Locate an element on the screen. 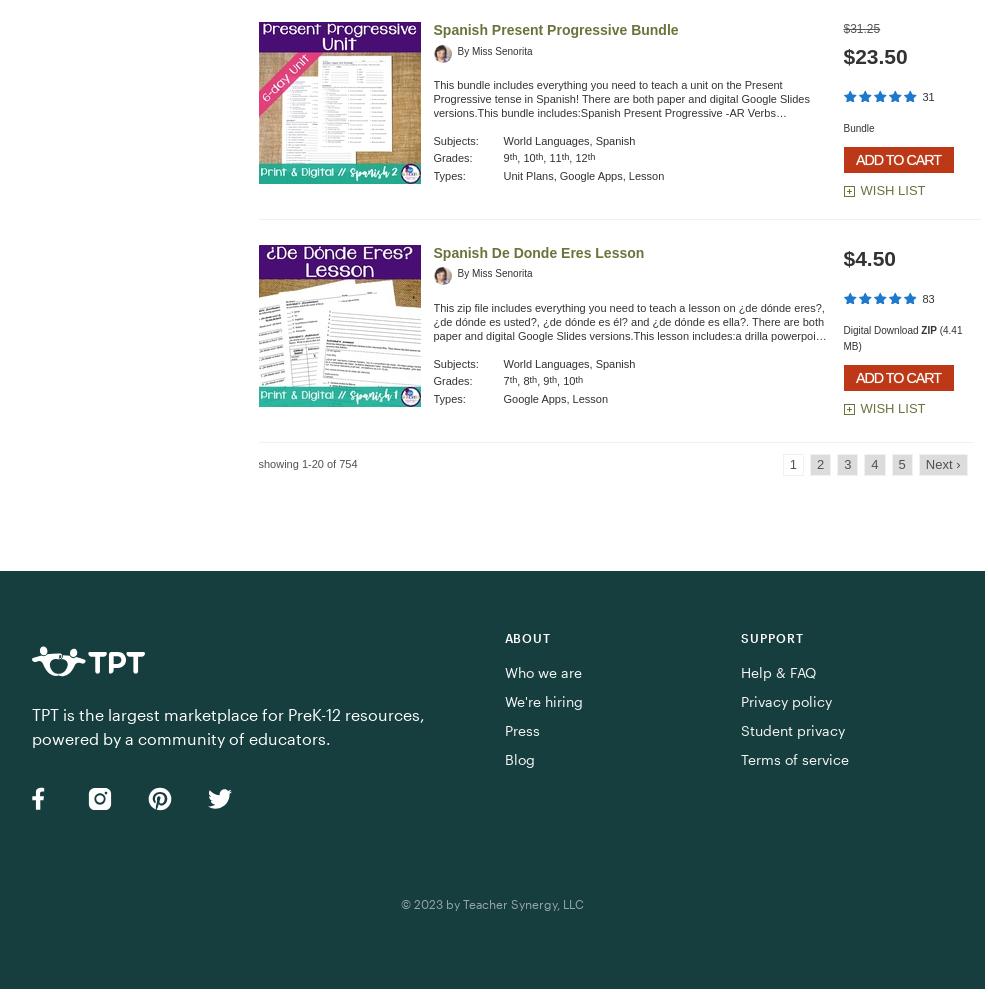 This screenshot has width=988, height=1005. 'next ›' is located at coordinates (942, 464).